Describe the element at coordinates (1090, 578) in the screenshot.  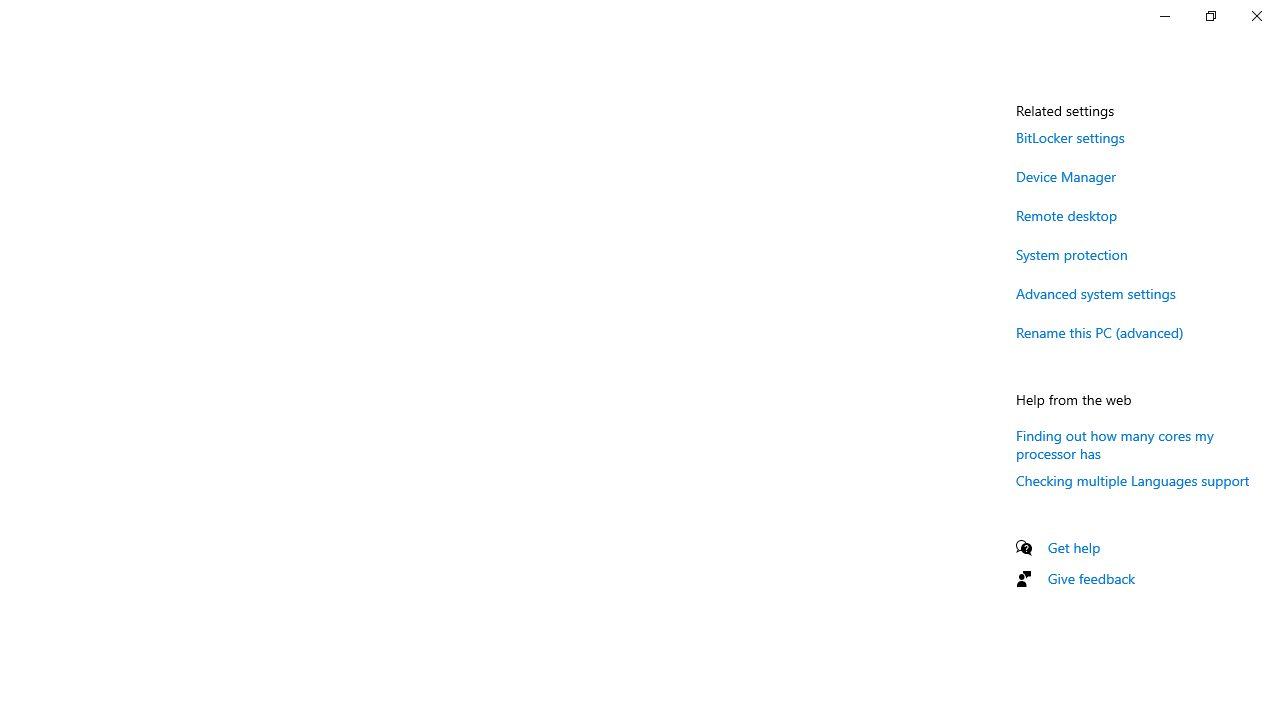
I see `'Give feedback'` at that location.